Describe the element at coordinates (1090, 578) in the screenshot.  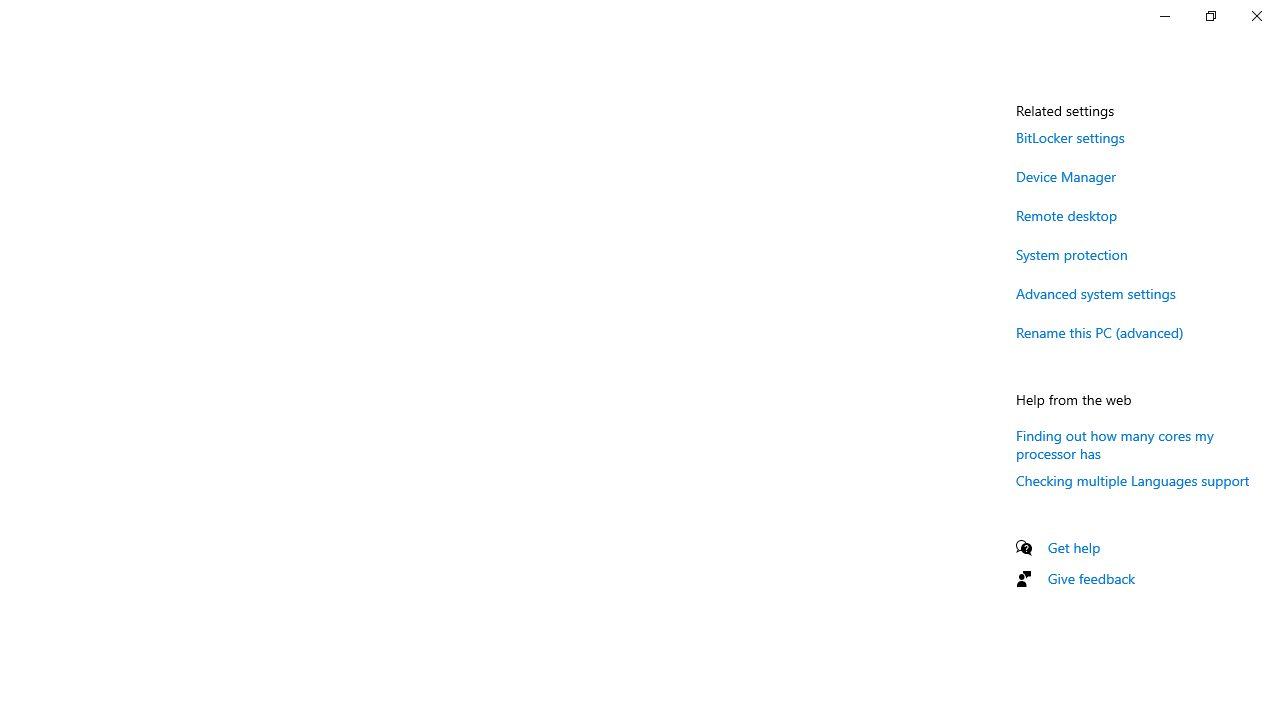
I see `'Give feedback'` at that location.